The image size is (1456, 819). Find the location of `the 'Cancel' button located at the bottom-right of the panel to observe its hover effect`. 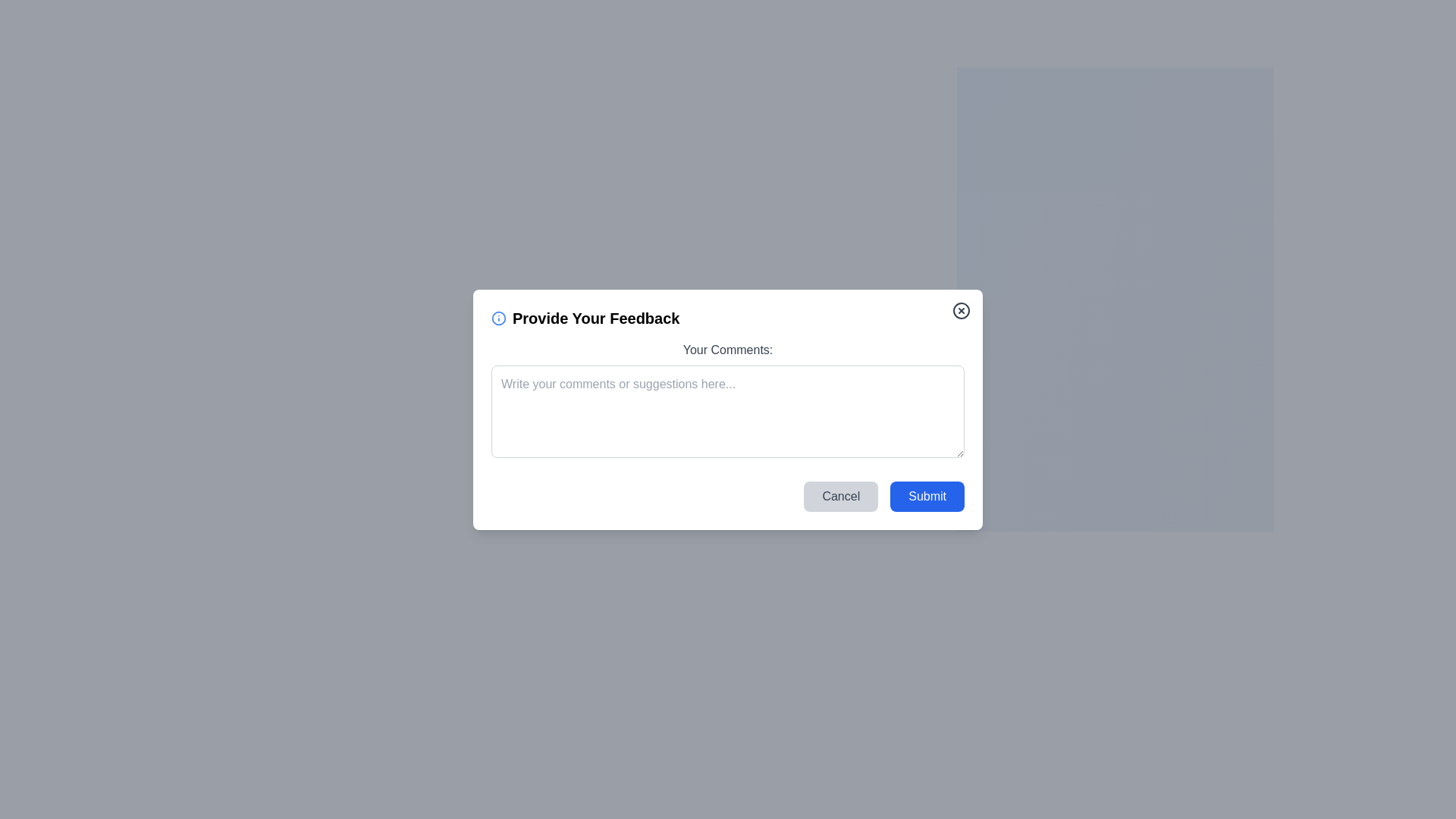

the 'Cancel' button located at the bottom-right of the panel to observe its hover effect is located at coordinates (840, 496).